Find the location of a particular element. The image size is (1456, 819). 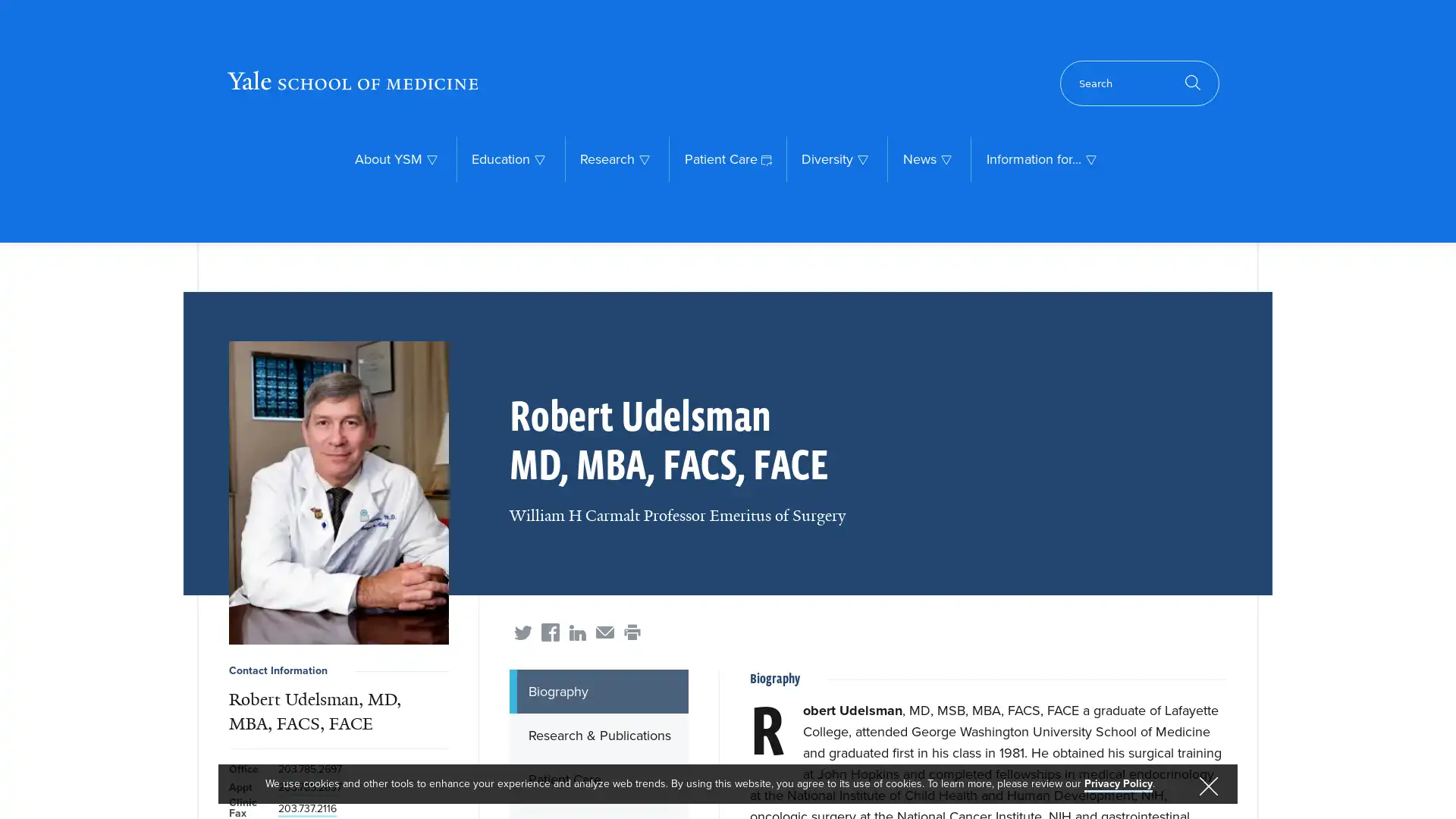

Show News submenu is located at coordinates (945, 158).